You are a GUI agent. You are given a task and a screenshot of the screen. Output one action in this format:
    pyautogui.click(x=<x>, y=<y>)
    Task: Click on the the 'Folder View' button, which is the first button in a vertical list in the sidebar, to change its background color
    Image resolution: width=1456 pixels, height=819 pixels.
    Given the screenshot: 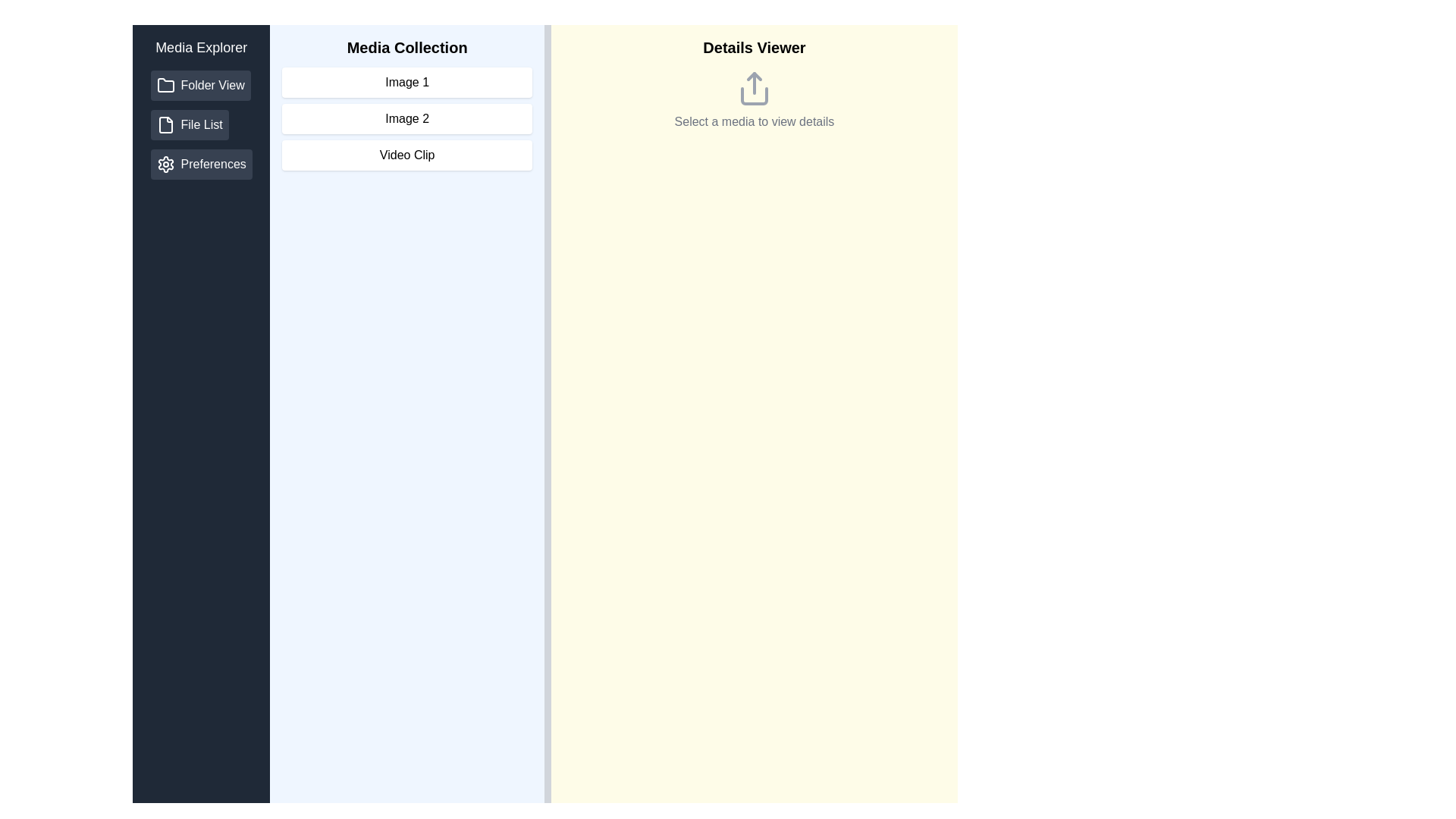 What is the action you would take?
    pyautogui.click(x=199, y=85)
    